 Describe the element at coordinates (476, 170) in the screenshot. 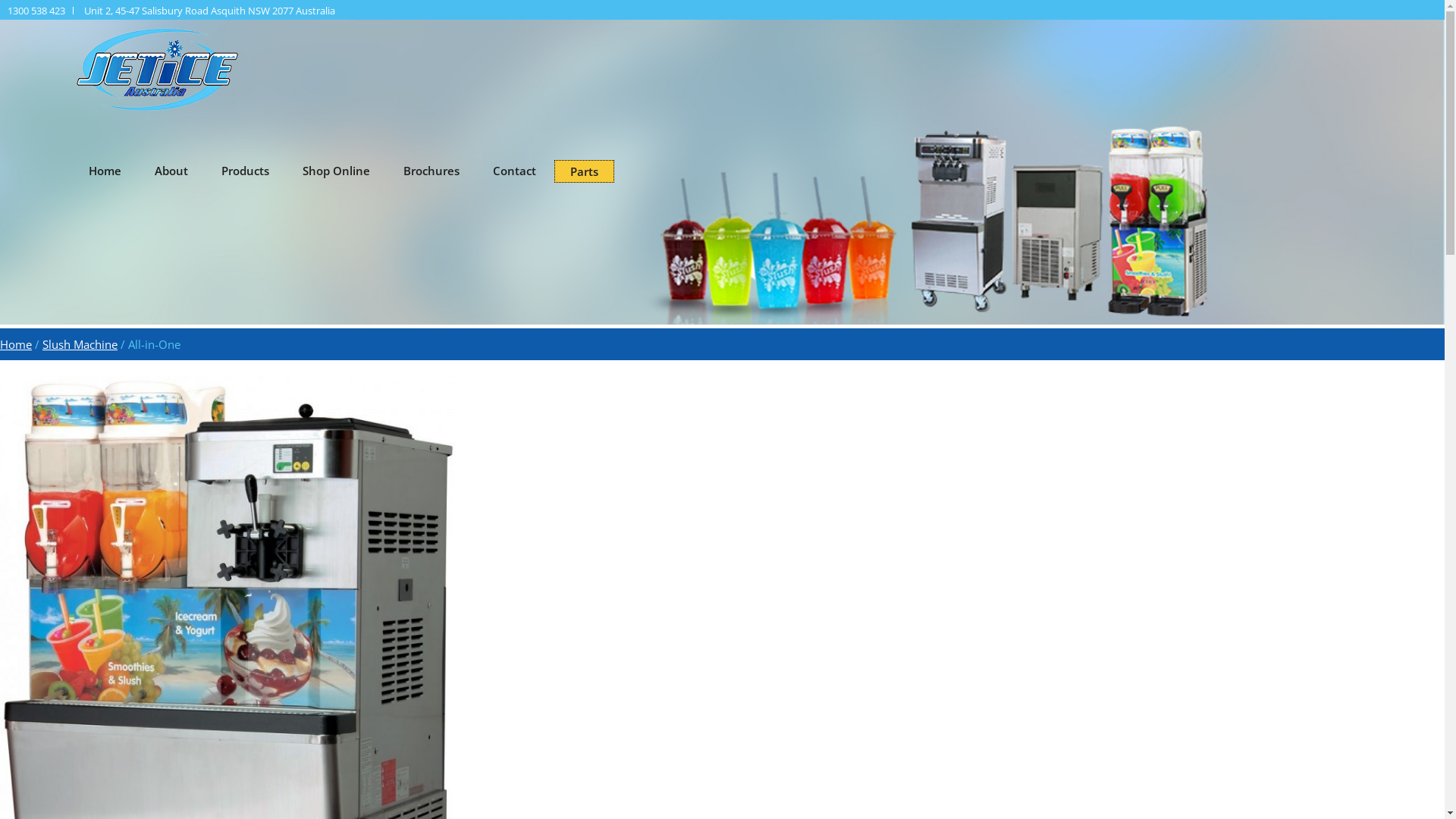

I see `'Contact'` at that location.